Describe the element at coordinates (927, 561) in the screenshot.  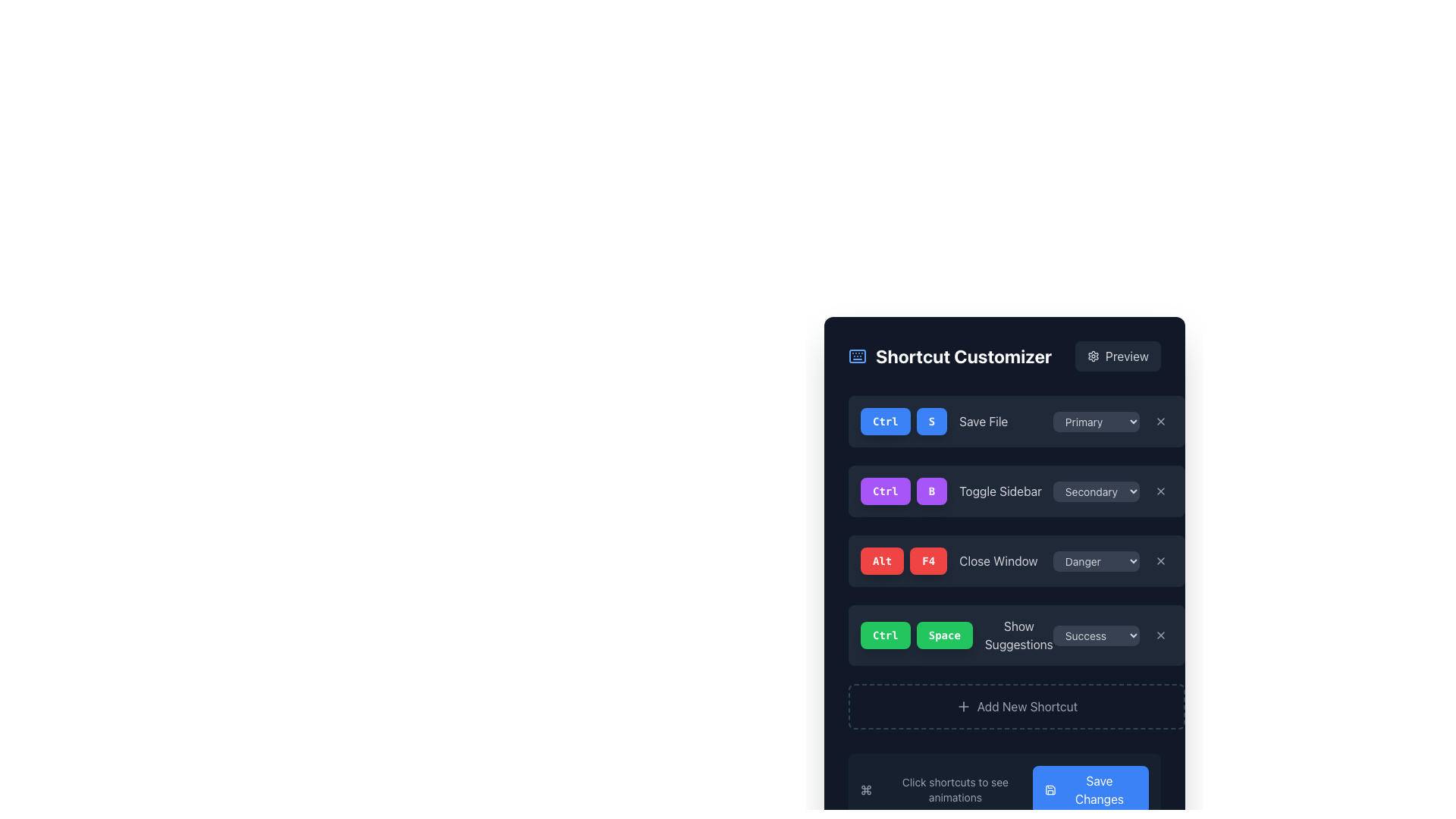
I see `the 'F4' button in the shortcut customization interface` at that location.